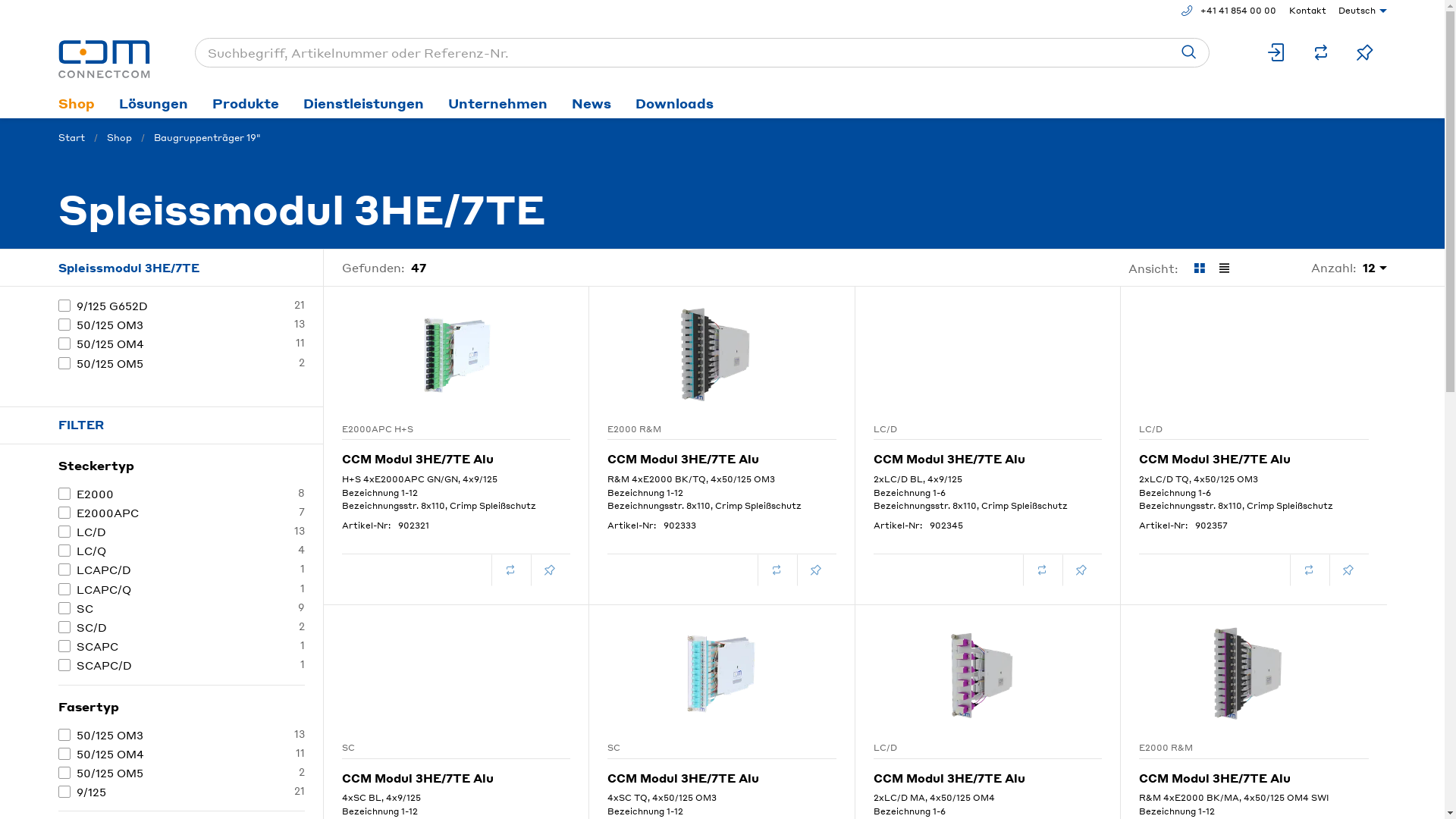  What do you see at coordinates (435, 429) in the screenshot?
I see `'E2000APC H+S'` at bounding box center [435, 429].